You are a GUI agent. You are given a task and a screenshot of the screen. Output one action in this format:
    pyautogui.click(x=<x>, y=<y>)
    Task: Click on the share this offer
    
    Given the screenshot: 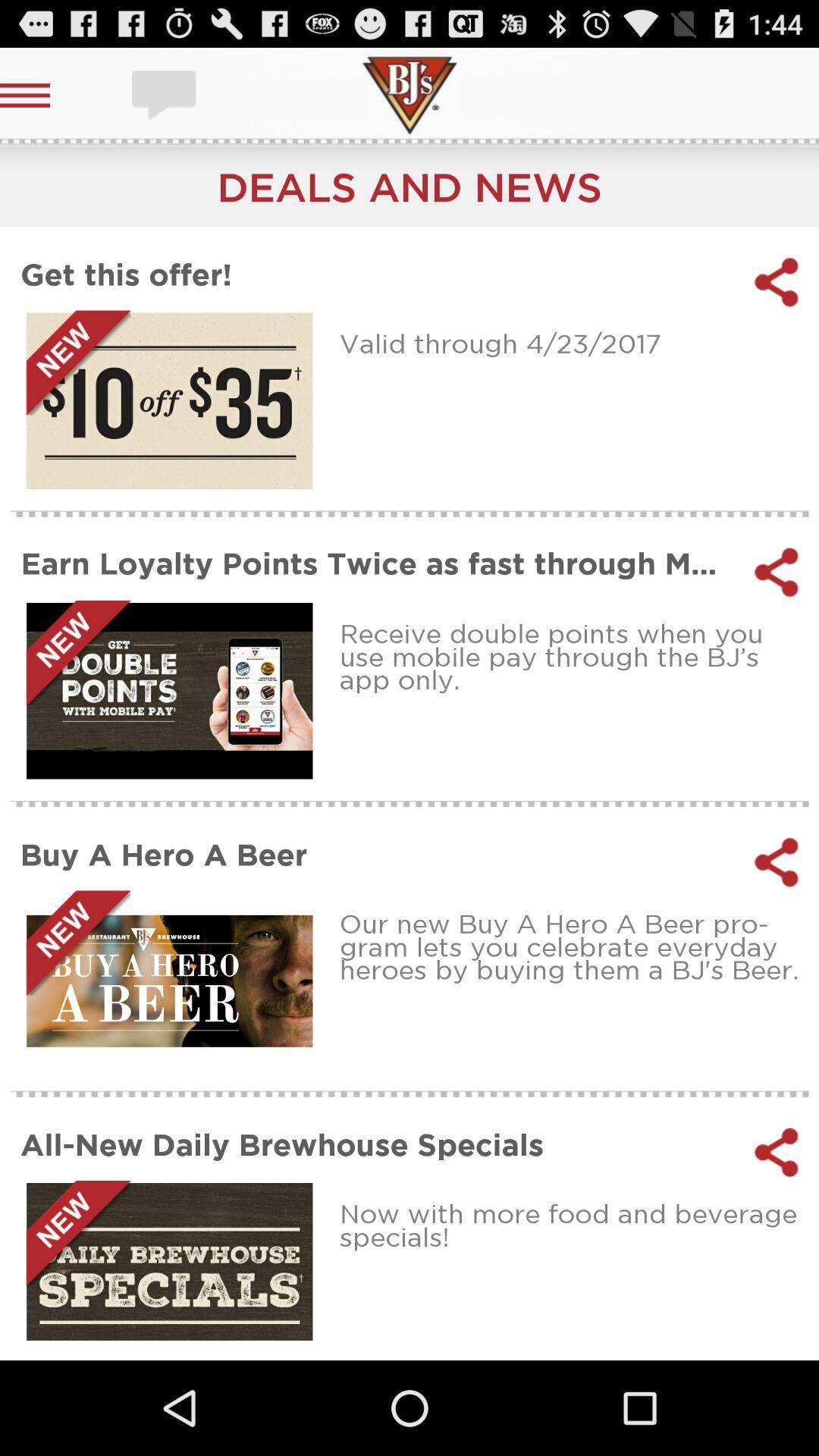 What is the action you would take?
    pyautogui.click(x=777, y=282)
    